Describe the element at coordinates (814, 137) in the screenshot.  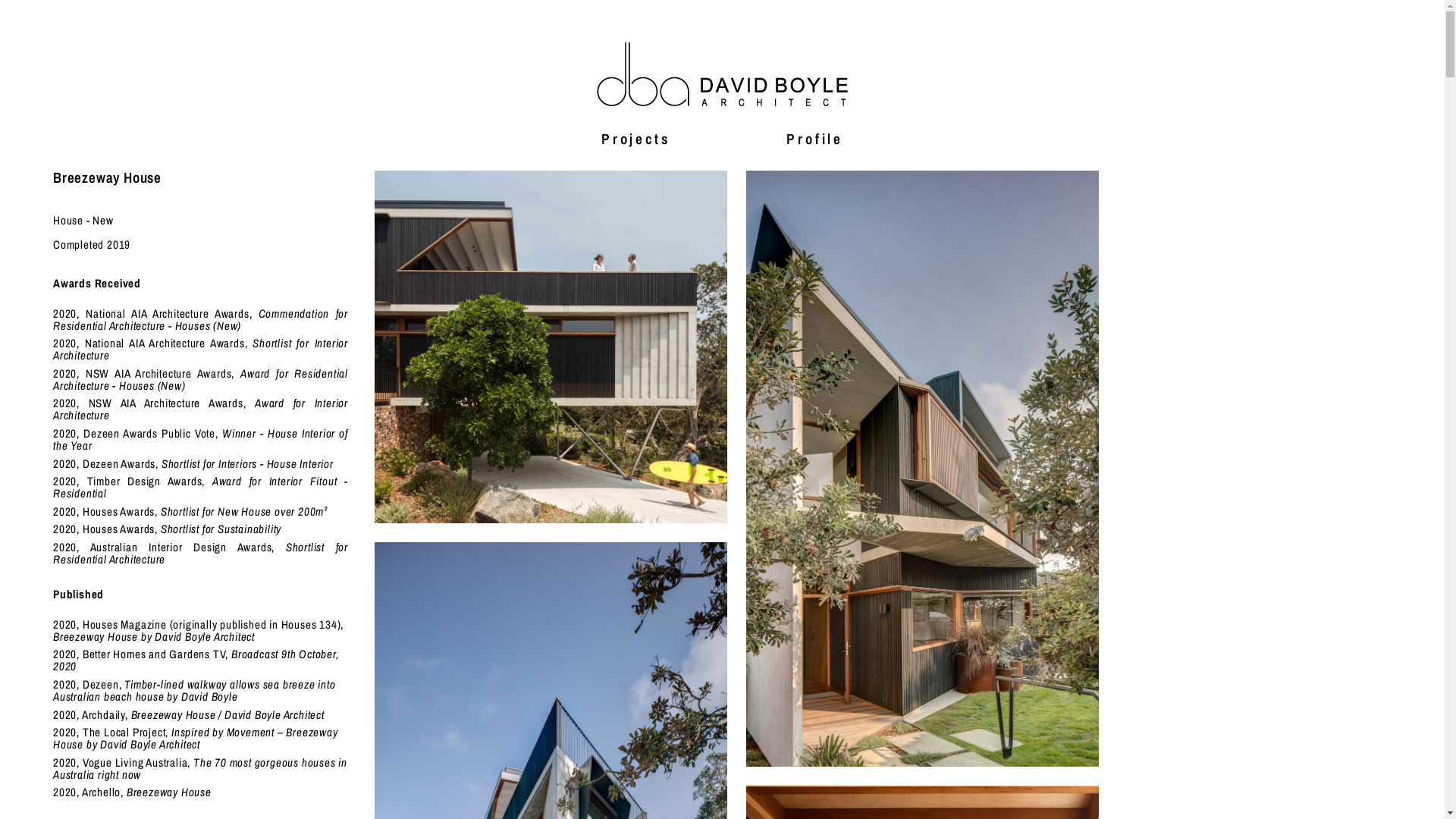
I see `'Profile'` at that location.